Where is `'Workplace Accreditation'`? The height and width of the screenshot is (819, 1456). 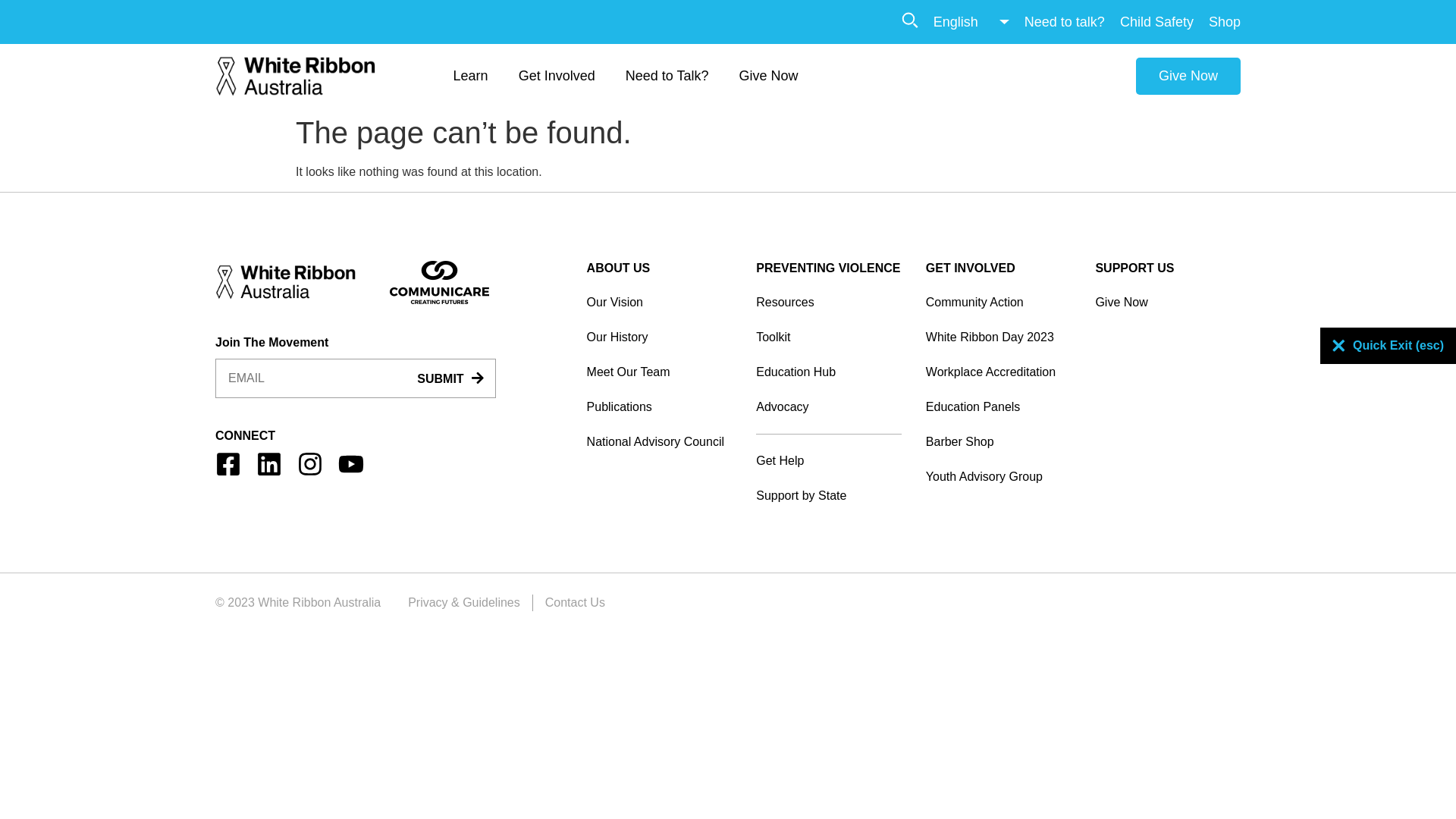
'Workplace Accreditation' is located at coordinates (924, 372).